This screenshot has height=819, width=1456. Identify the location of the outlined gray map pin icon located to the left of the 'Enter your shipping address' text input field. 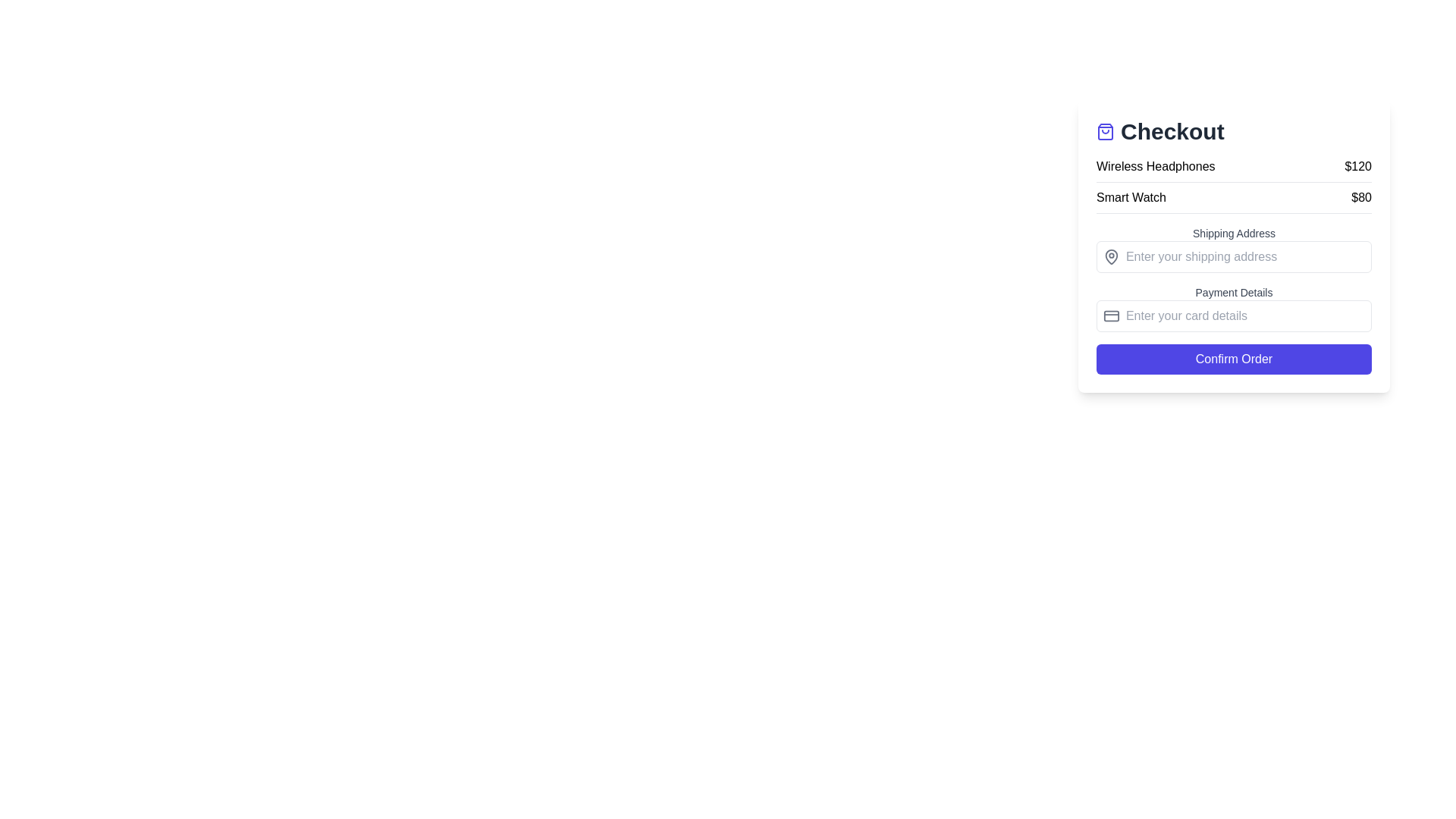
(1111, 256).